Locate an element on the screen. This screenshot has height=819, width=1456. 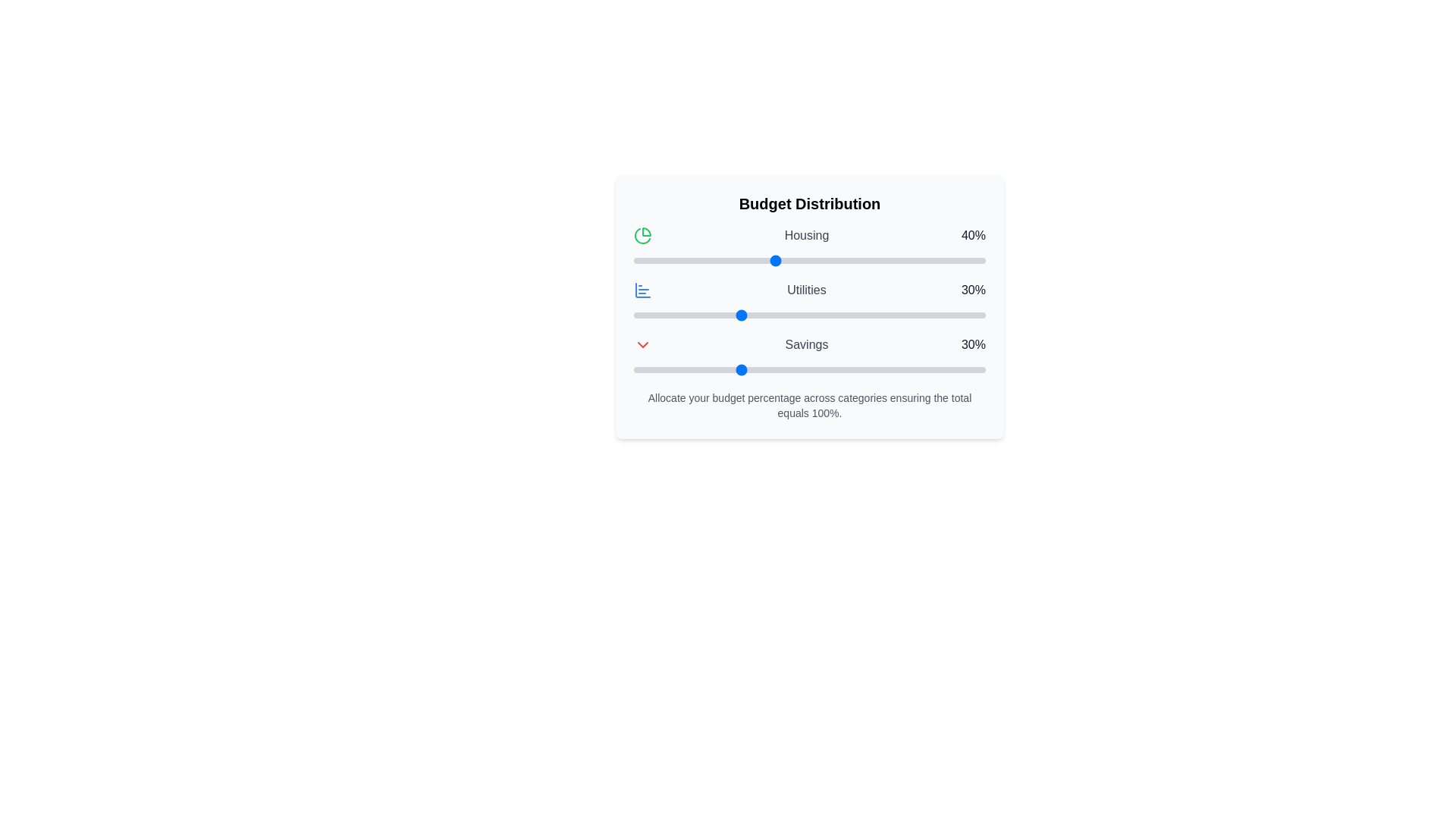
the slider value is located at coordinates (935, 315).